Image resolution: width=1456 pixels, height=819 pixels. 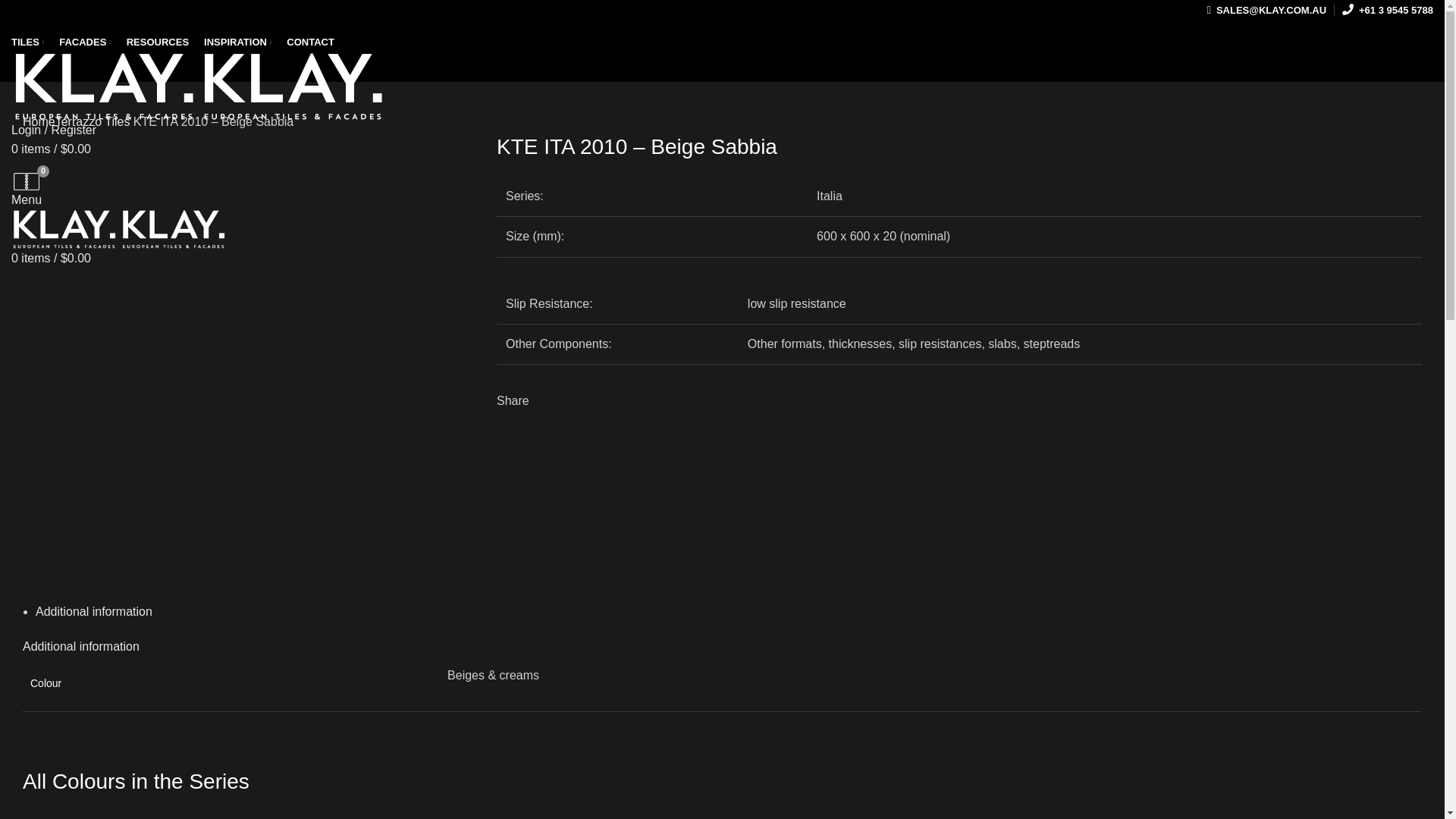 What do you see at coordinates (1266, 11) in the screenshot?
I see `'SALES@KLAY.COM.AU'` at bounding box center [1266, 11].